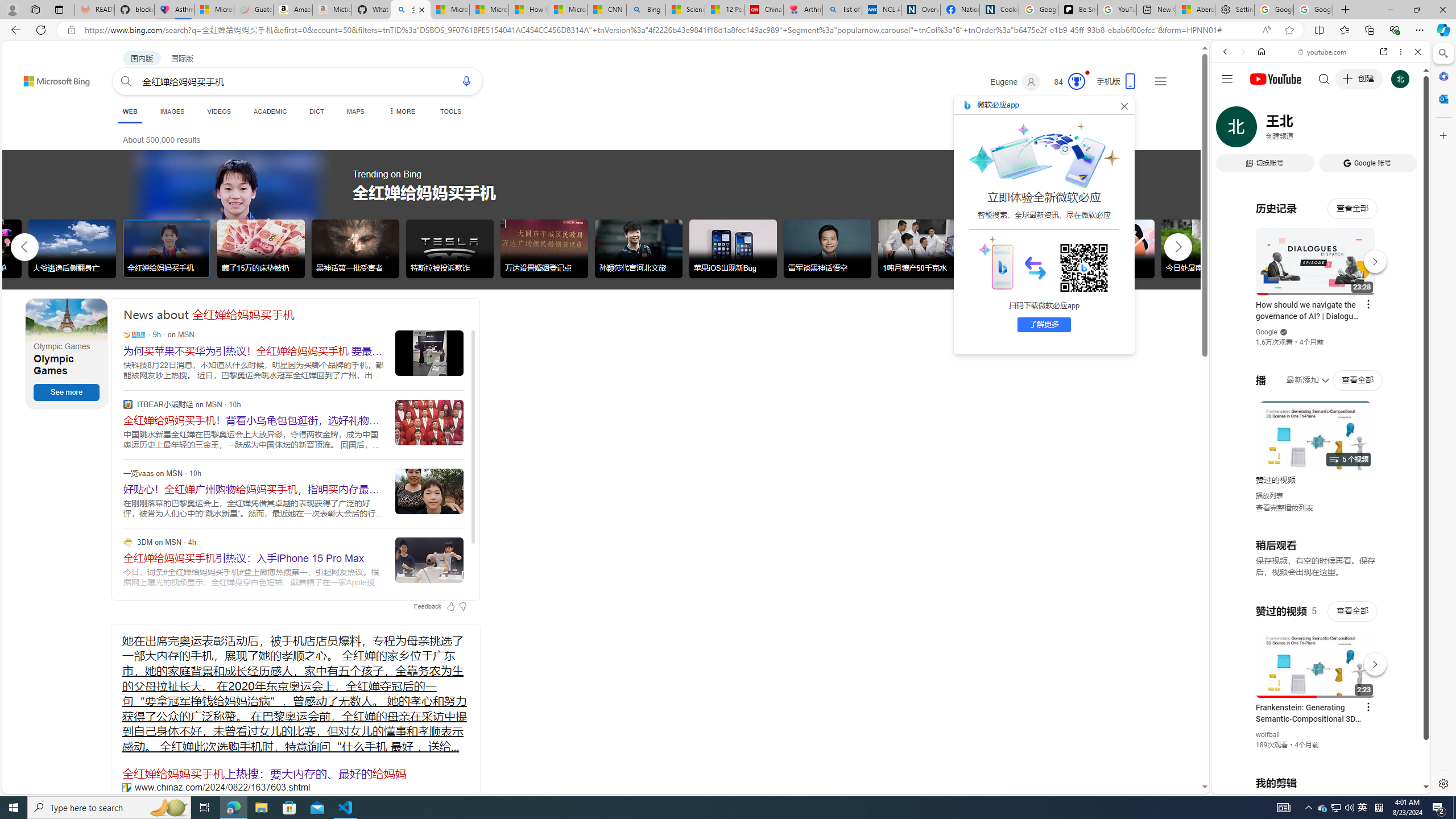  What do you see at coordinates (1407, 457) in the screenshot?
I see `'Click to scroll right'` at bounding box center [1407, 457].